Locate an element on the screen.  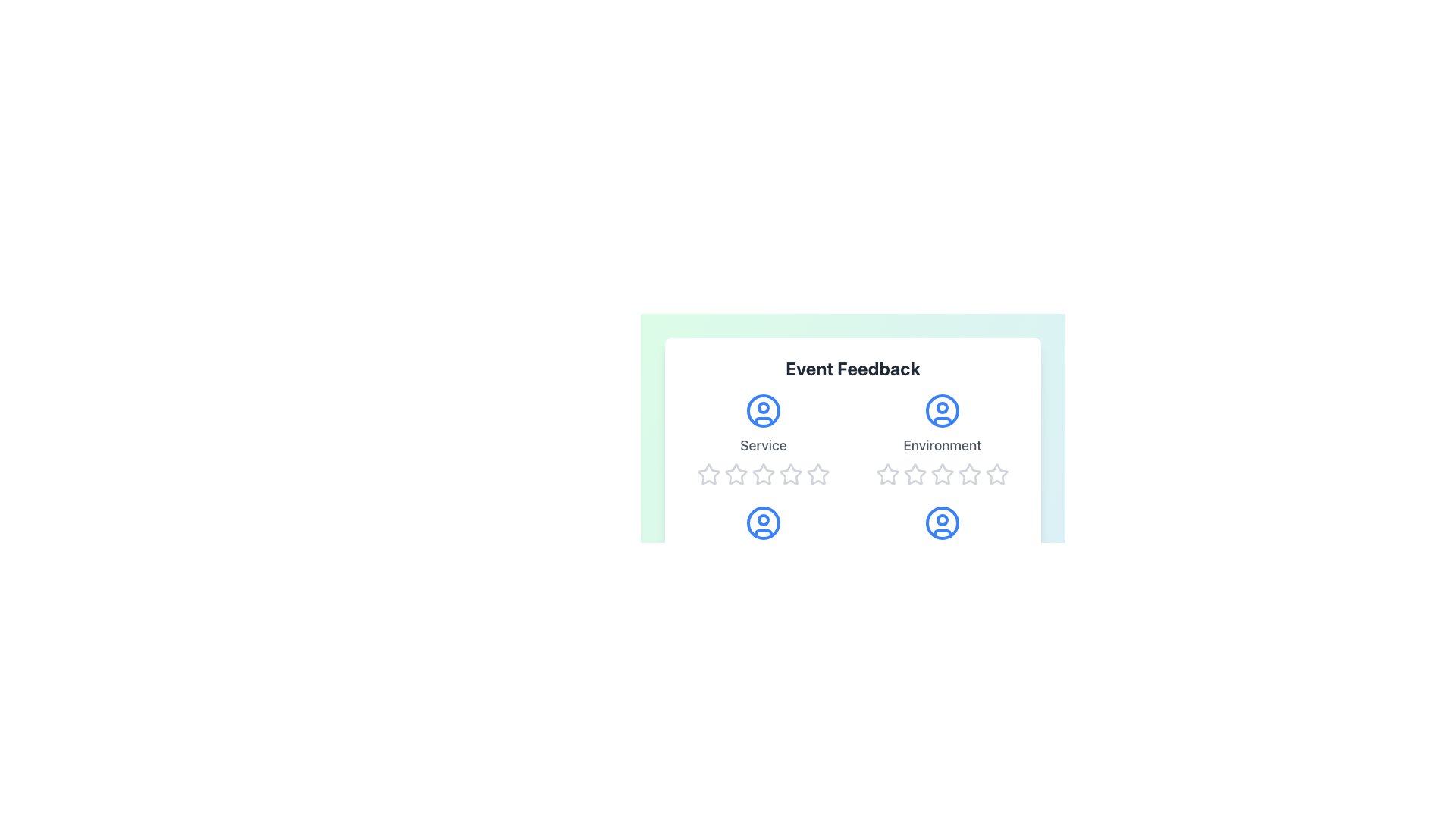
the 'Service' feedback category icon, which is located above the 'Service' rating section in the feedback interface is located at coordinates (764, 411).